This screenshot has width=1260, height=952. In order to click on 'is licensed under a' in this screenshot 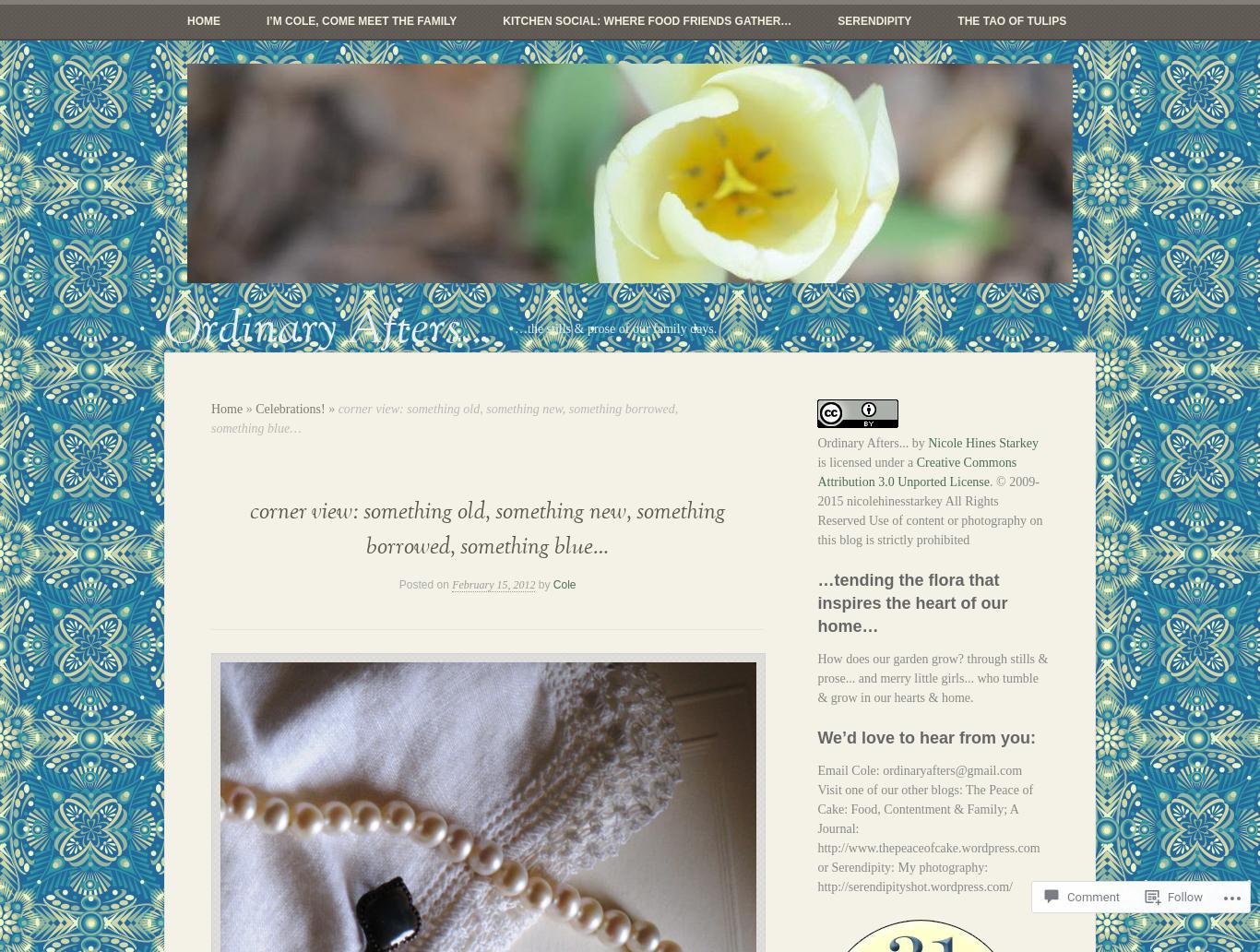, I will do `click(866, 461)`.